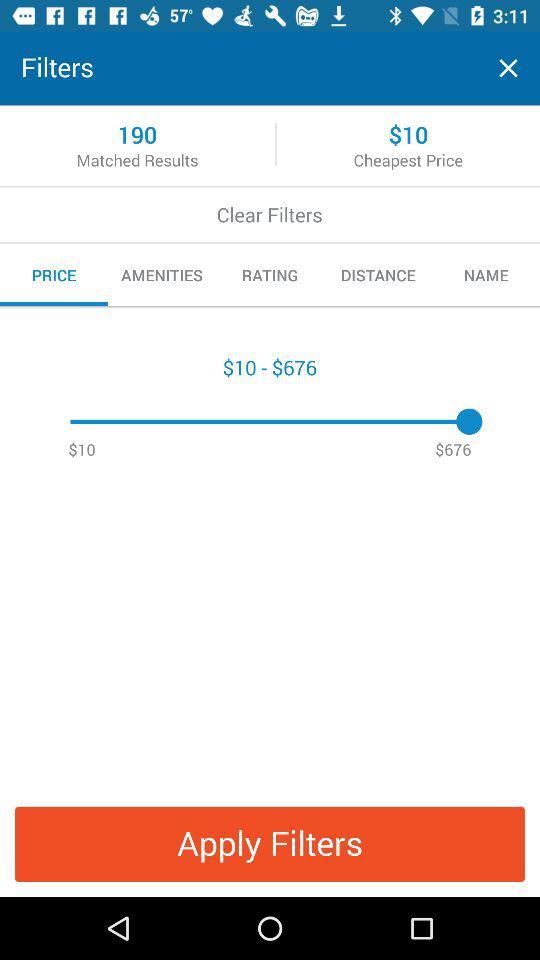  Describe the element at coordinates (270, 274) in the screenshot. I see `the item to the right of amenities icon` at that location.